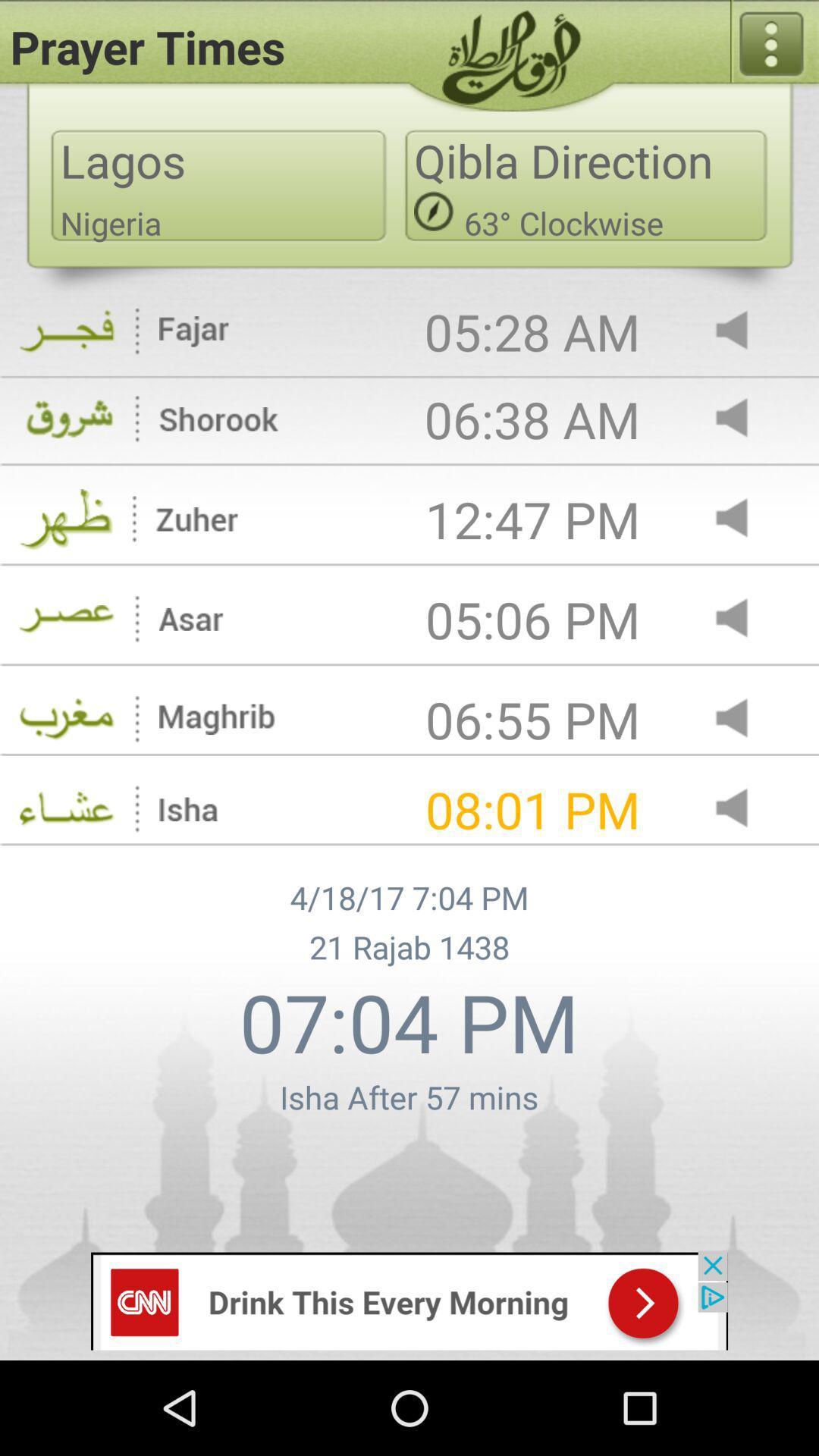 This screenshot has width=819, height=1456. I want to click on move to the button which is left to the maghrib, so click(66, 719).